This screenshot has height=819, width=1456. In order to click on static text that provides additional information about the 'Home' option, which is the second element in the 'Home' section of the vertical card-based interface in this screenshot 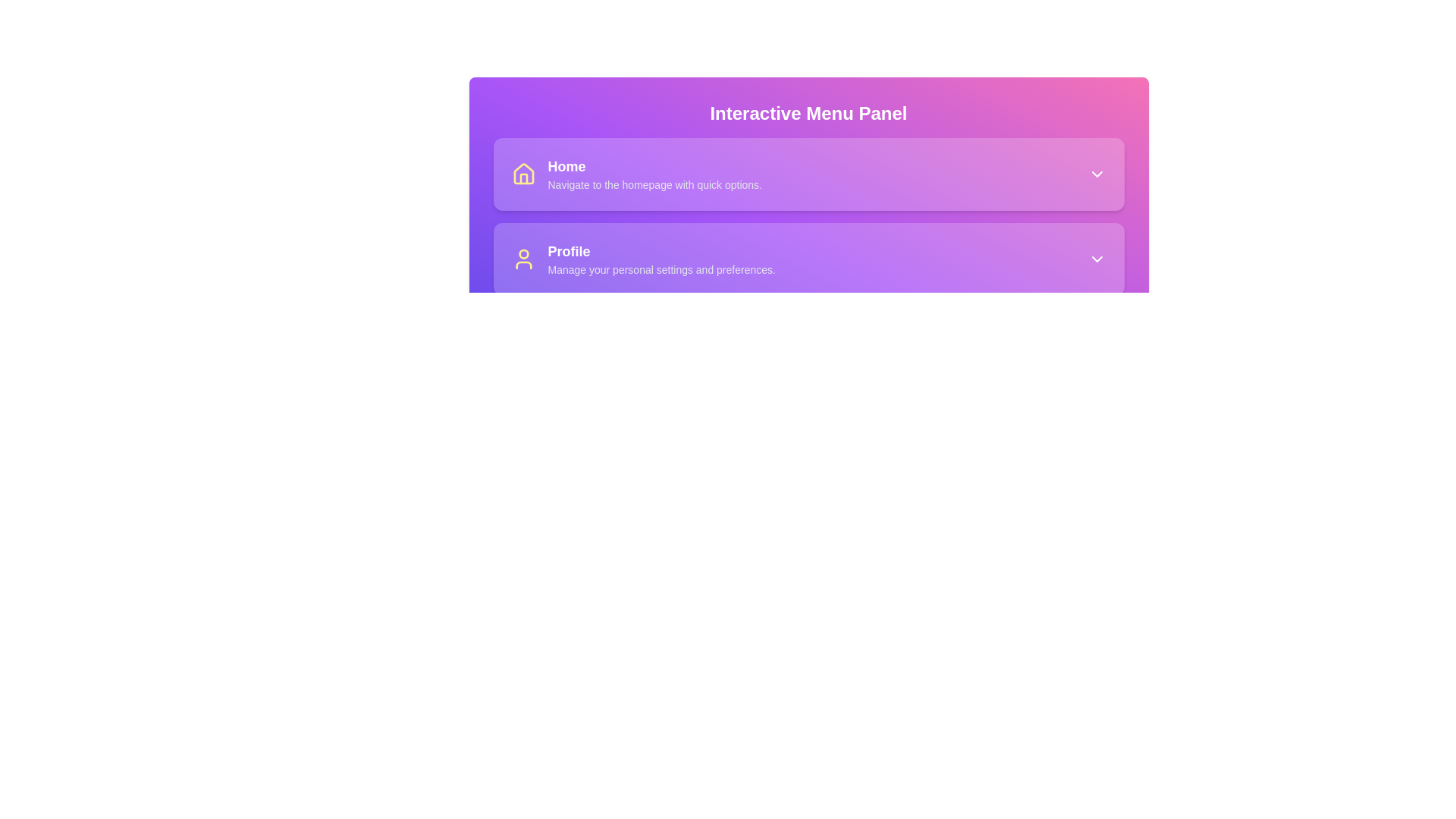, I will do `click(654, 184)`.